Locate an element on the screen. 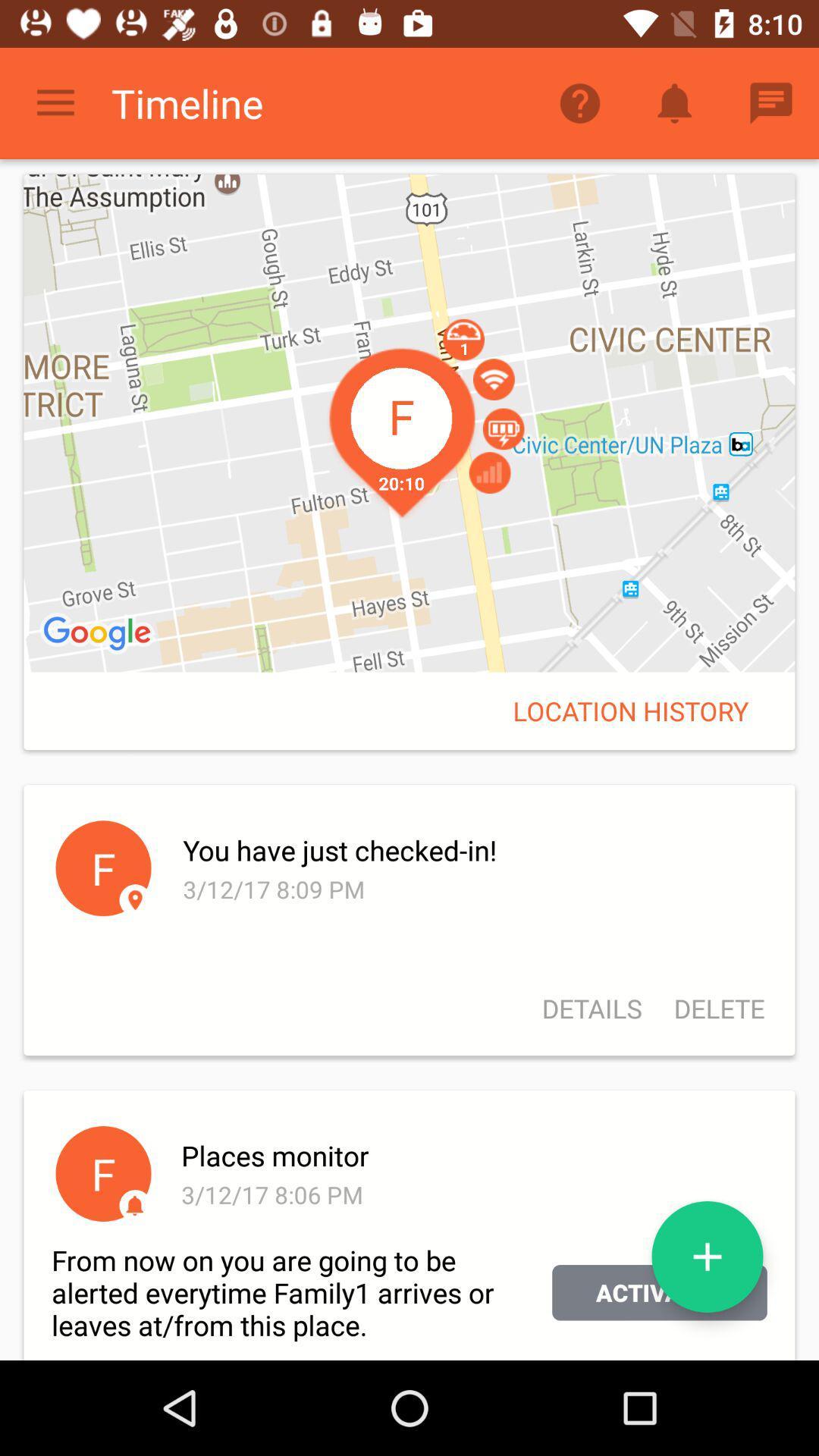 This screenshot has width=819, height=1456. item above from now on icon is located at coordinates (134, 1204).